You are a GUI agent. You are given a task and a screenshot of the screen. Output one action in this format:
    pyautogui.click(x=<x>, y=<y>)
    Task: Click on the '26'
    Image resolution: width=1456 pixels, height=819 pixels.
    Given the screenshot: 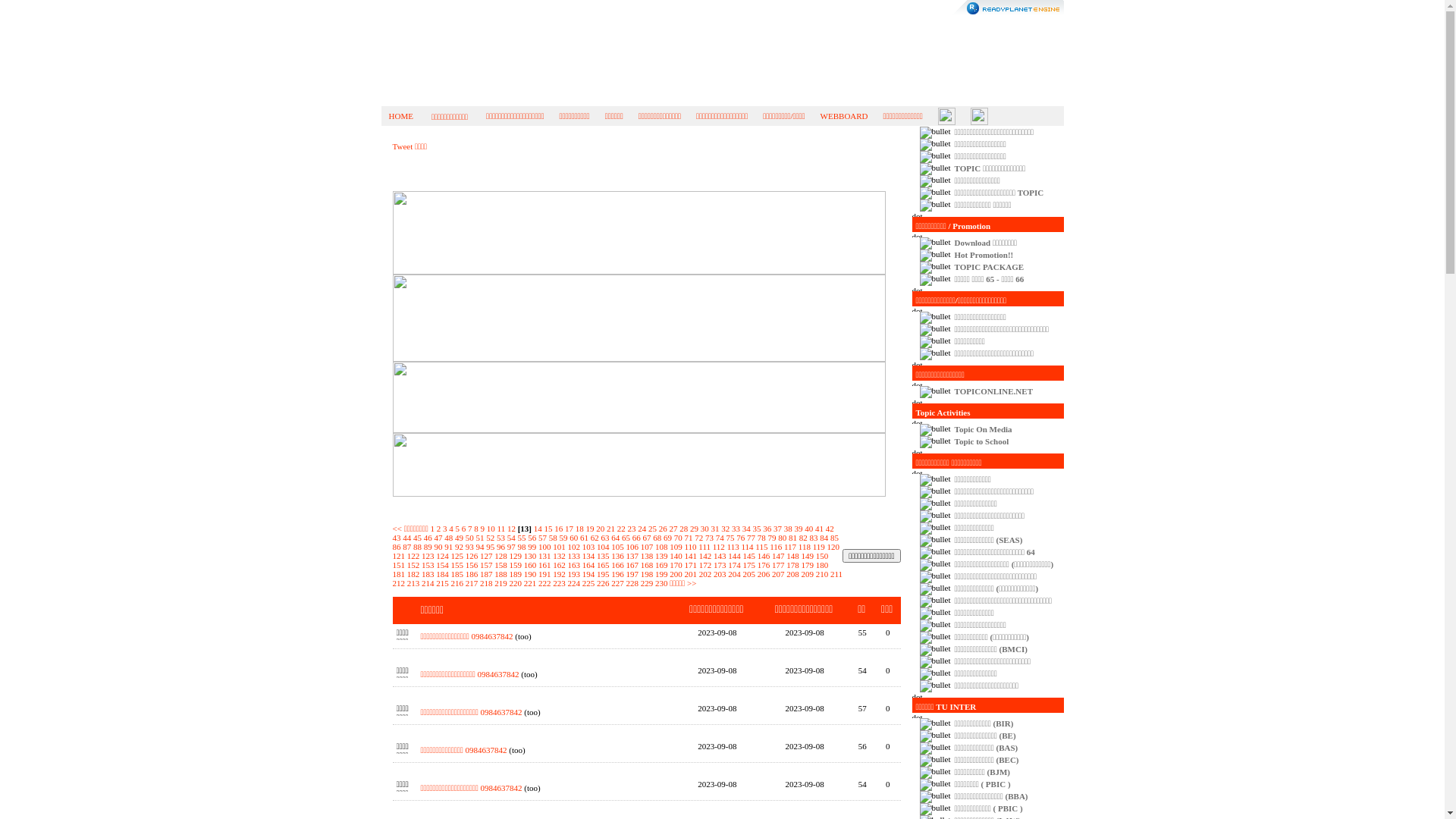 What is the action you would take?
    pyautogui.click(x=663, y=528)
    